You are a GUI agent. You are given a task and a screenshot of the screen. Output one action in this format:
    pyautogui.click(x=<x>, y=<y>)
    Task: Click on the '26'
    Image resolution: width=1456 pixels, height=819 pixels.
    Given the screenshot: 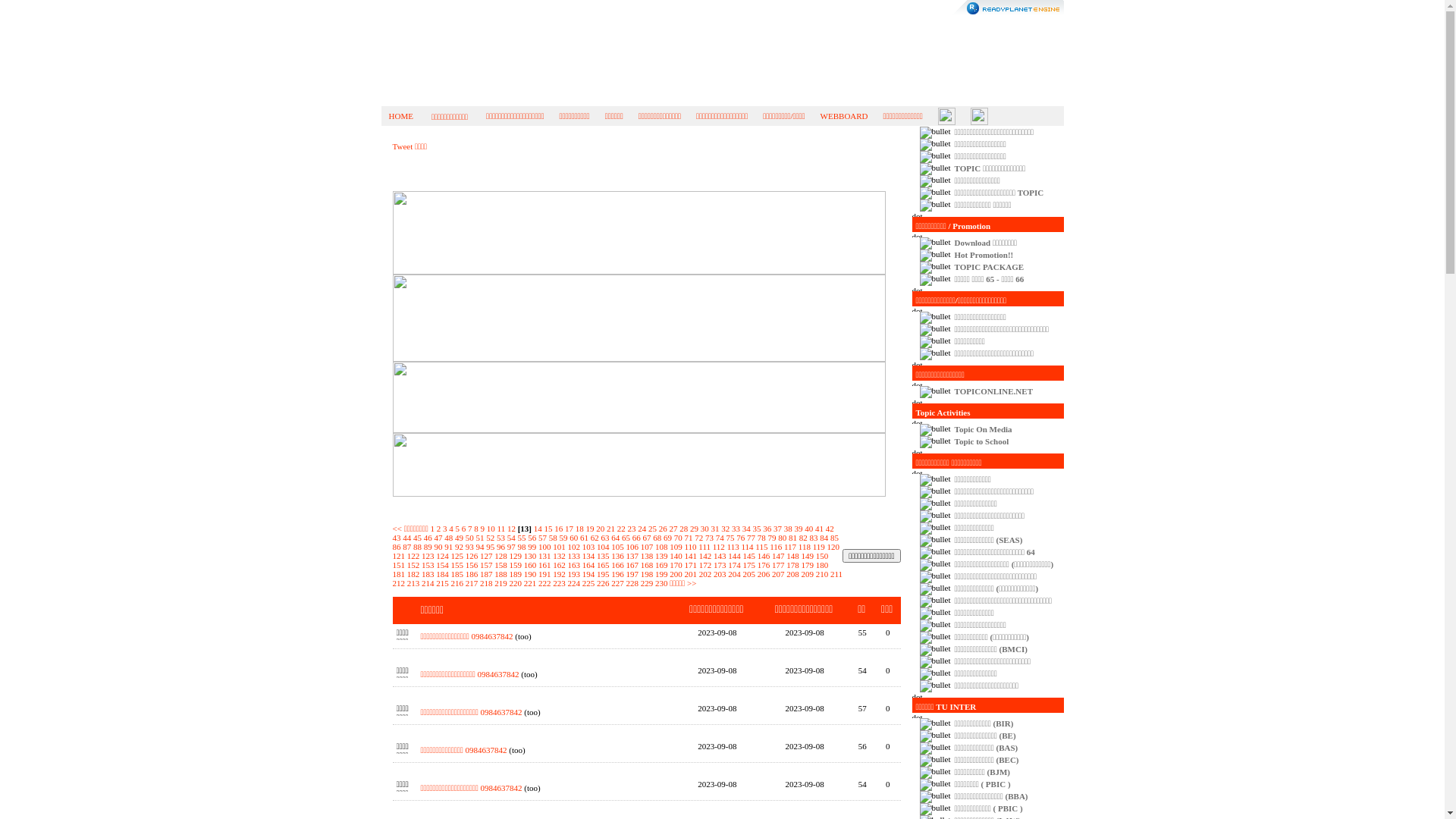 What is the action you would take?
    pyautogui.click(x=663, y=528)
    